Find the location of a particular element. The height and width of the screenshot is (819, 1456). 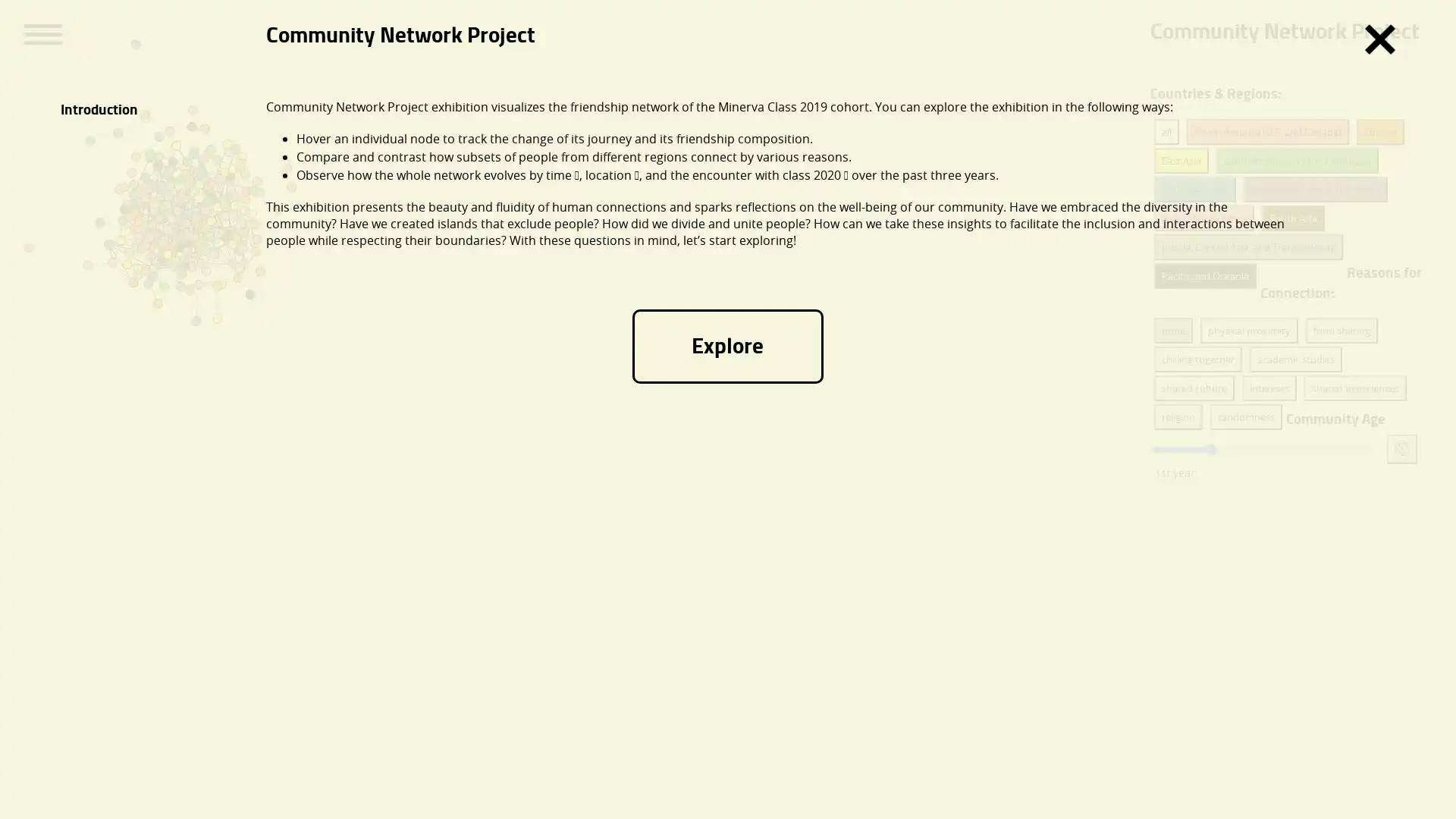

shared experiences is located at coordinates (1355, 388).